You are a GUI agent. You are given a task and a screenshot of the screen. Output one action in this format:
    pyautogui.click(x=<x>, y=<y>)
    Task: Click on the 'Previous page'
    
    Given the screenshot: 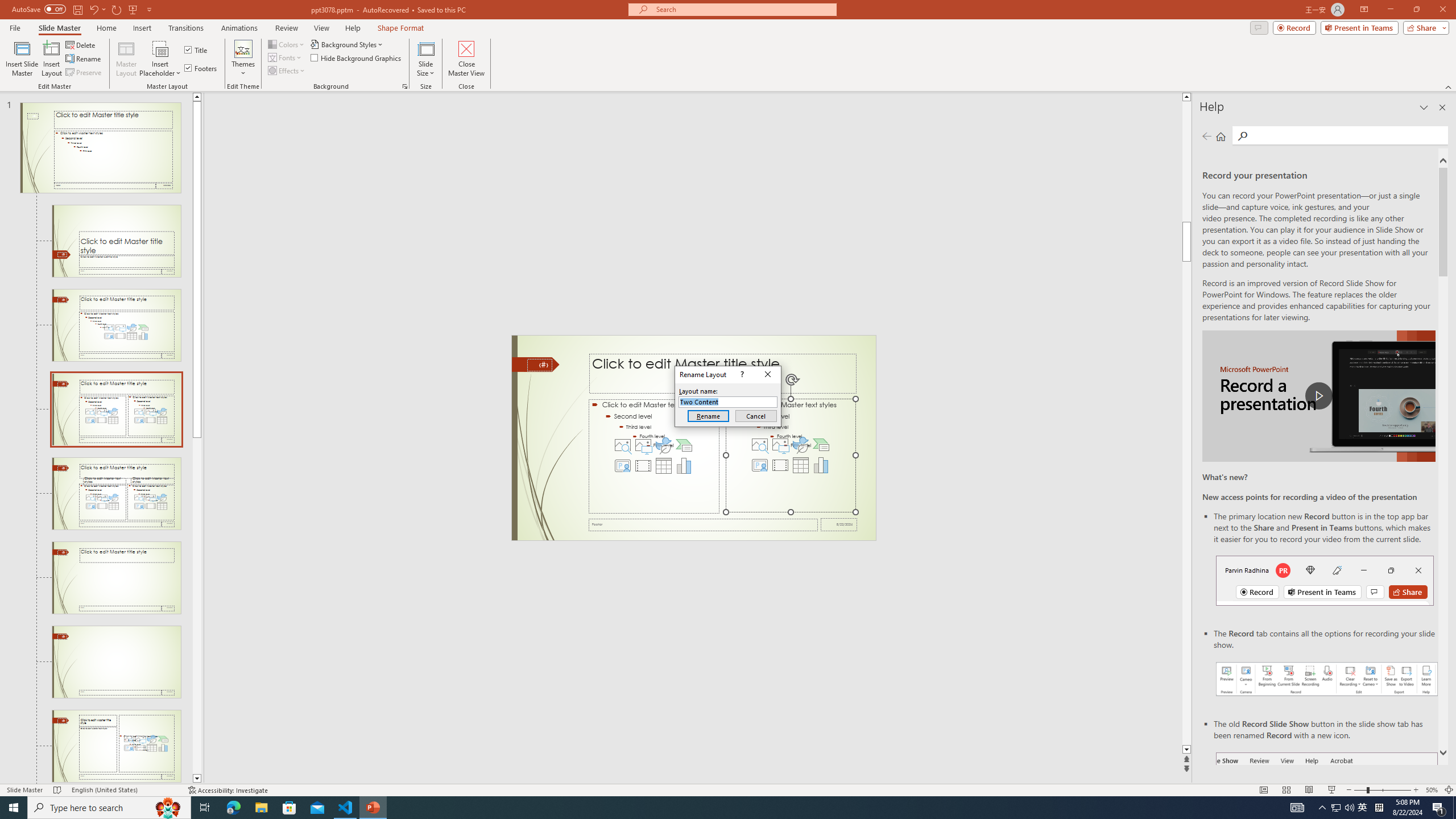 What is the action you would take?
    pyautogui.click(x=1206, y=135)
    